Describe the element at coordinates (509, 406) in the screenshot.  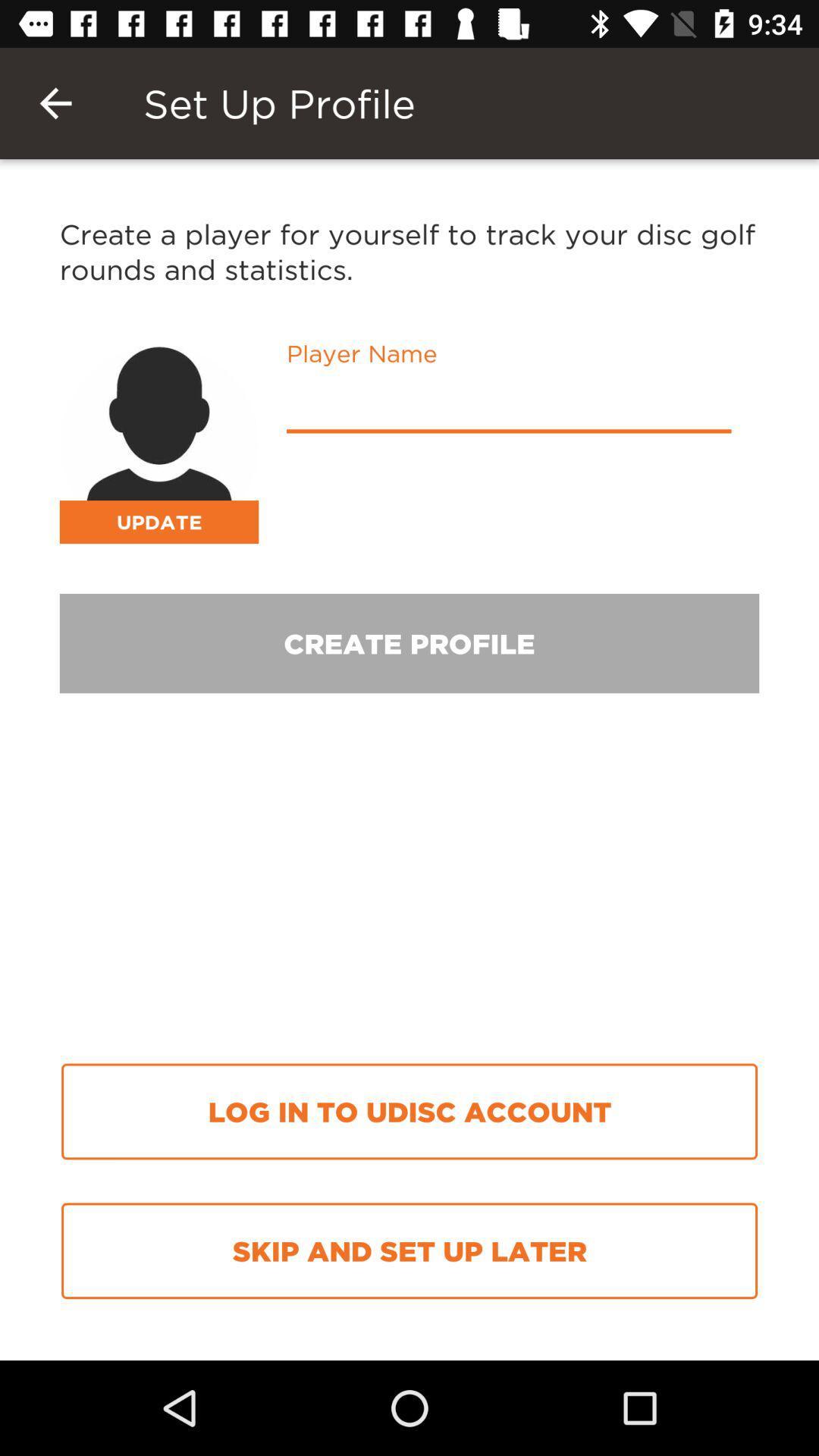
I see `username text box` at that location.